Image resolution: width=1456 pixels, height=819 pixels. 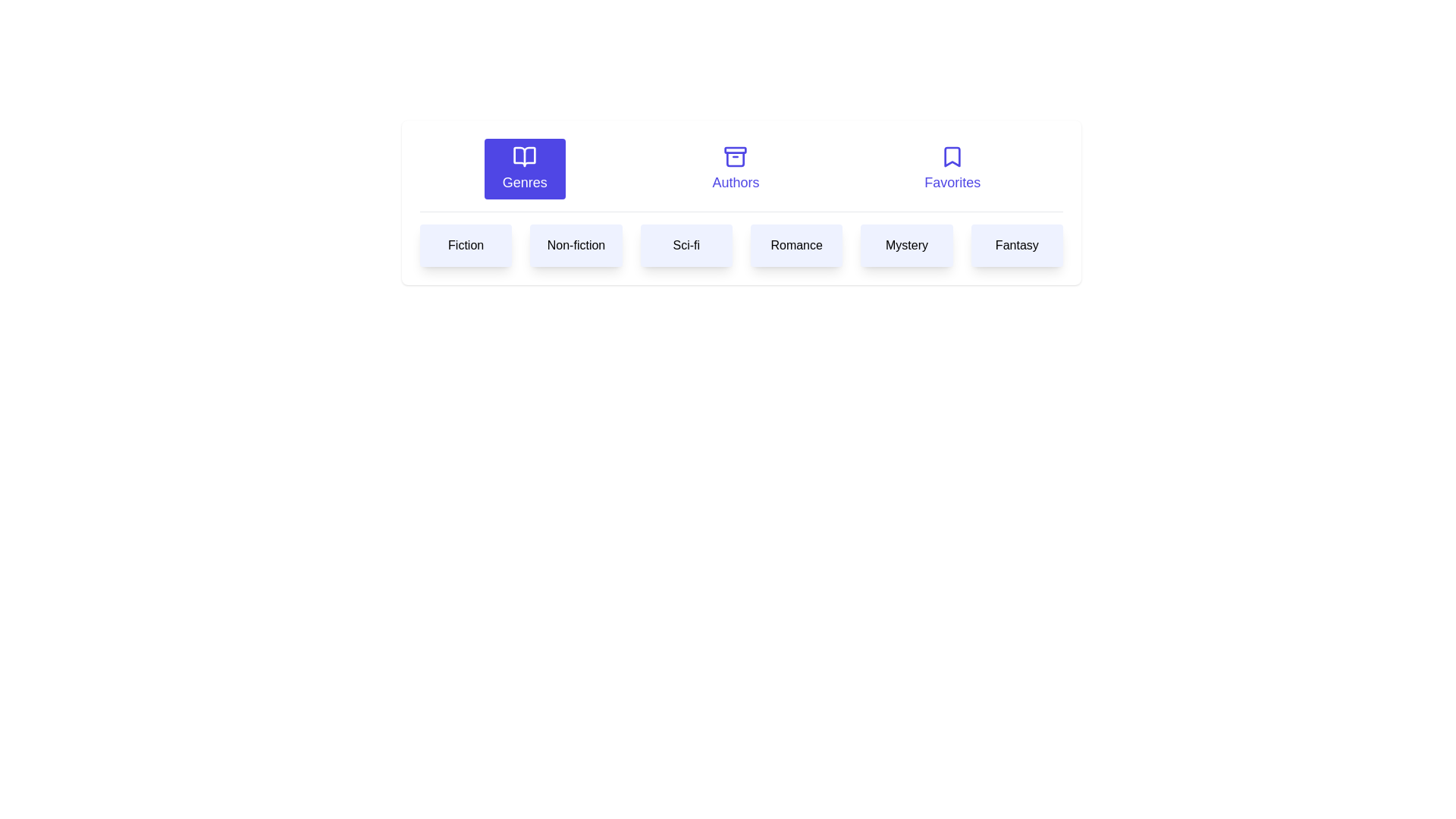 What do you see at coordinates (795, 245) in the screenshot?
I see `the genre tile labeled Romance` at bounding box center [795, 245].